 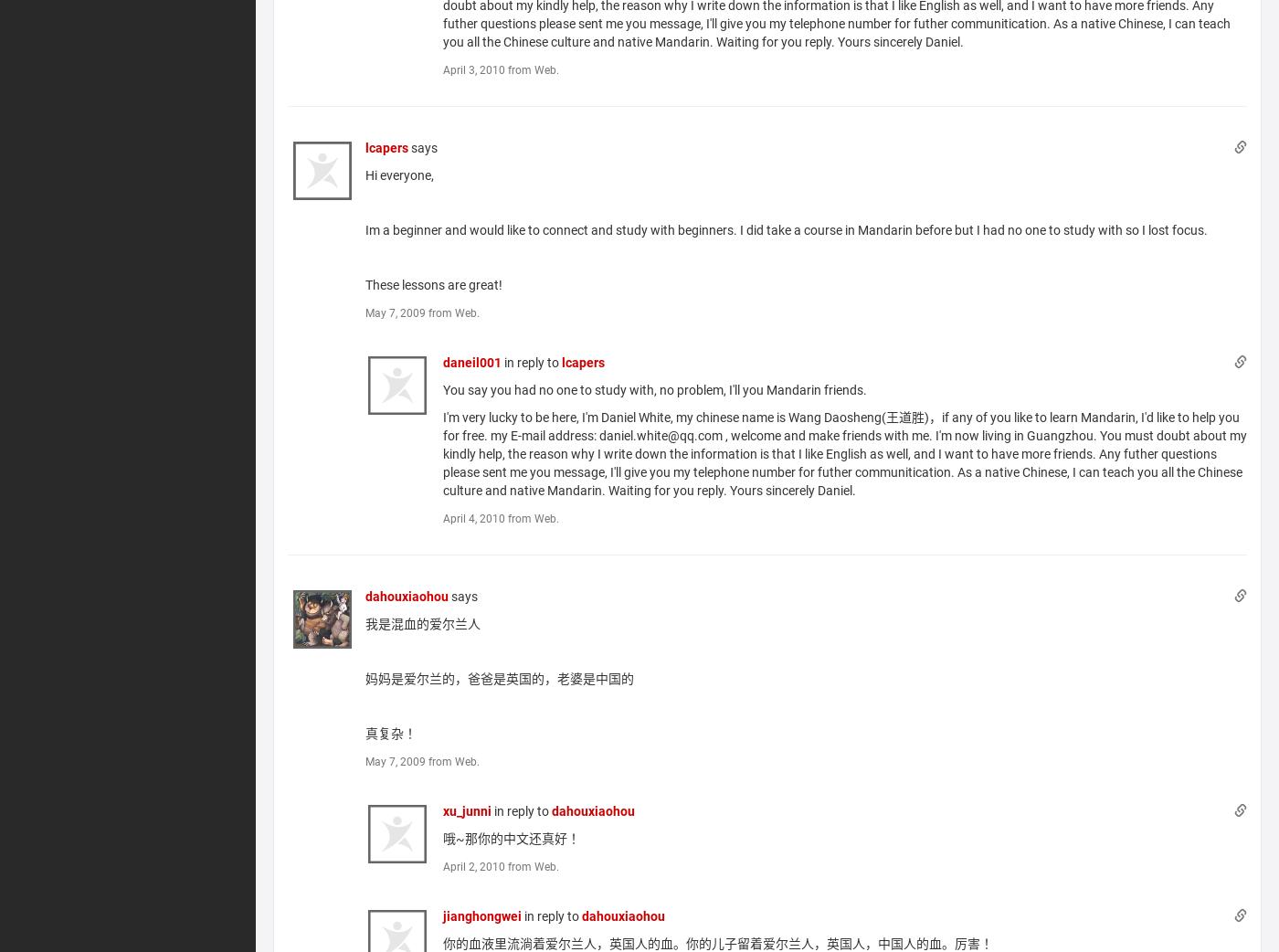 I want to click on 'You say you had no one to study with, no problem, I'll you Mandarin friends.', so click(x=654, y=387).